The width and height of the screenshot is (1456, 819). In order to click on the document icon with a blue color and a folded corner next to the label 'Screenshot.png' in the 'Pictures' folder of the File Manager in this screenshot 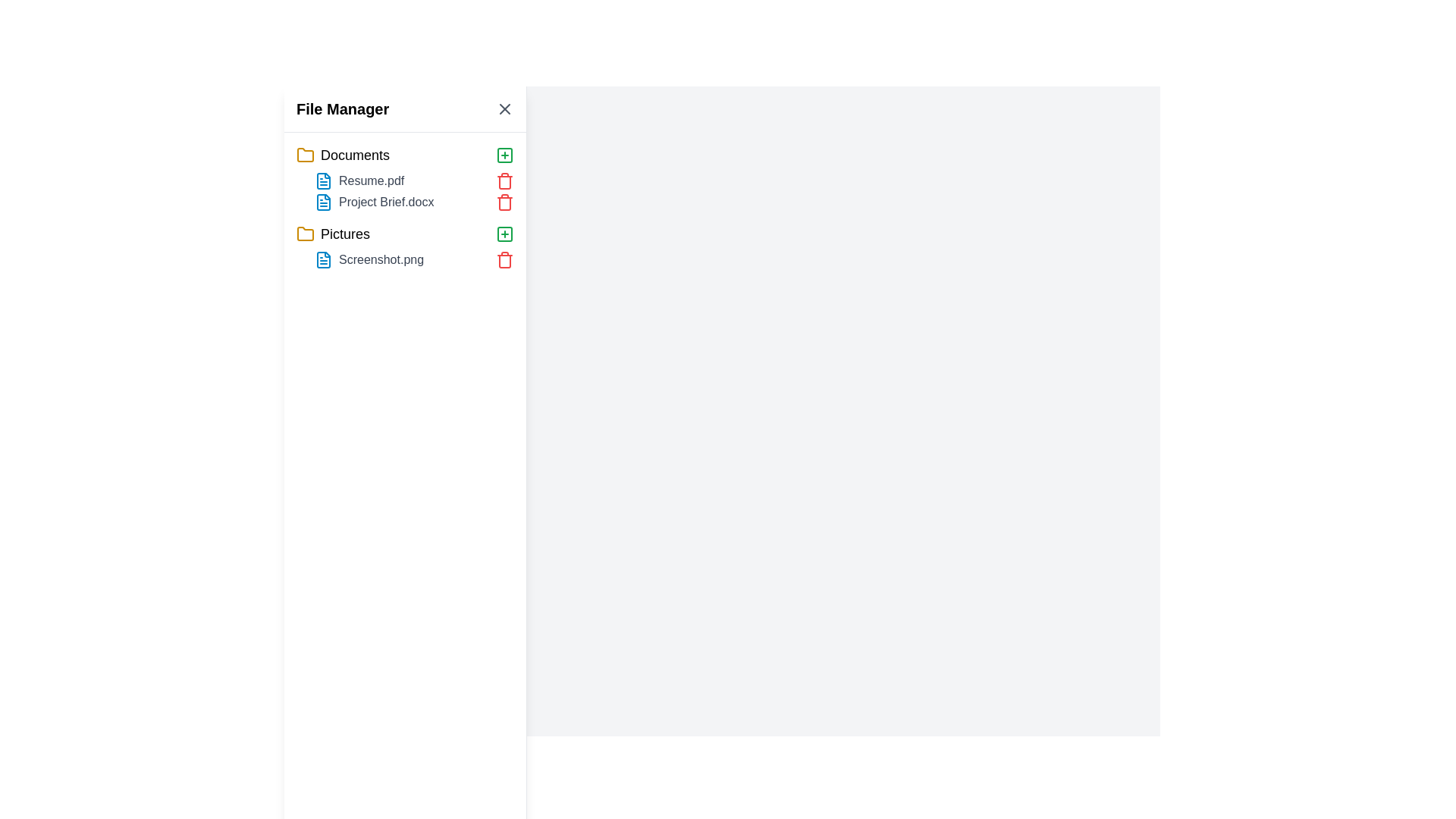, I will do `click(323, 259)`.